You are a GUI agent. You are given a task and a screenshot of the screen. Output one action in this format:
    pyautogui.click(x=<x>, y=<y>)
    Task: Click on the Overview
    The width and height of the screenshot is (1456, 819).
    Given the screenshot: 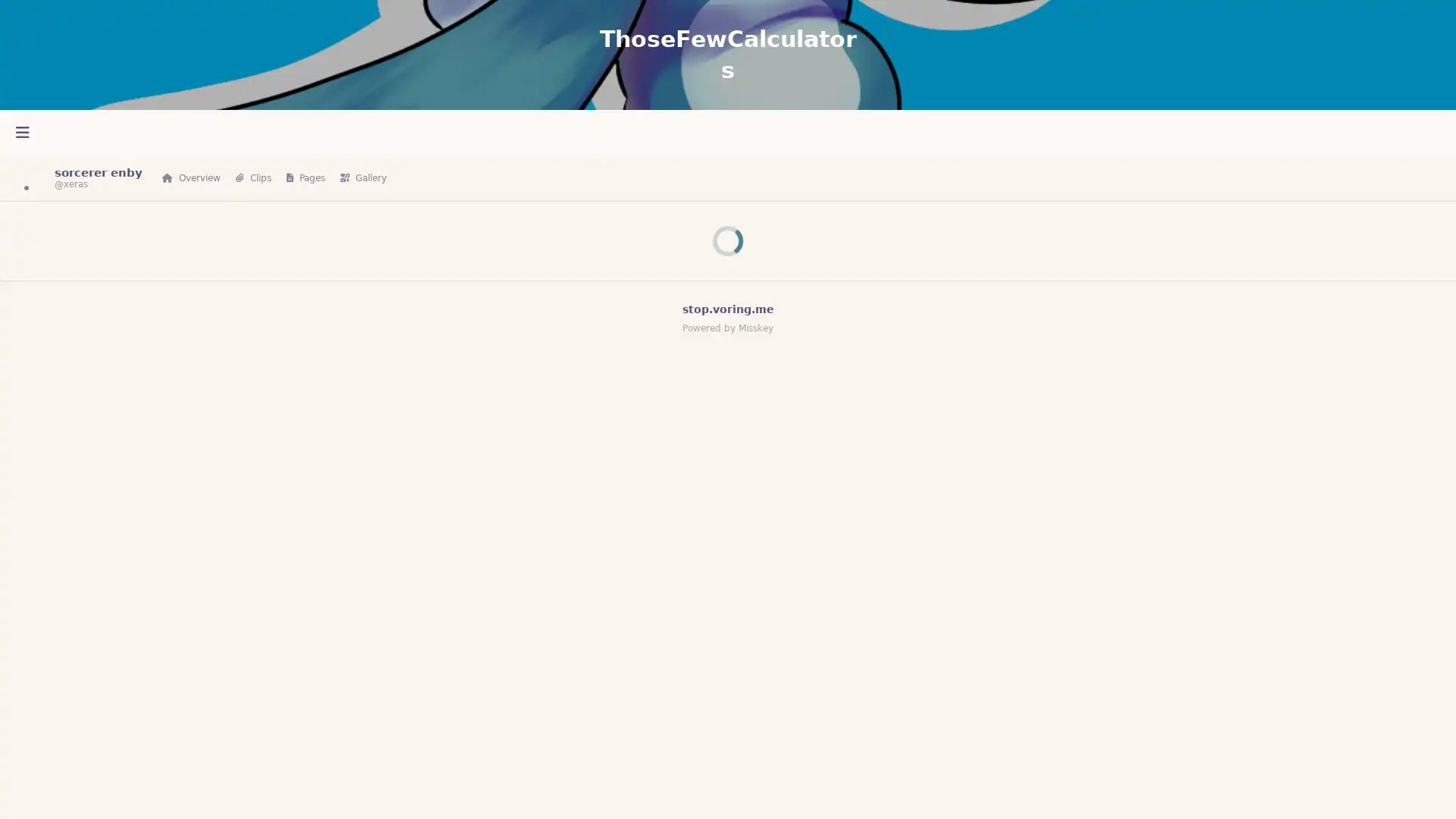 What is the action you would take?
    pyautogui.click(x=190, y=177)
    